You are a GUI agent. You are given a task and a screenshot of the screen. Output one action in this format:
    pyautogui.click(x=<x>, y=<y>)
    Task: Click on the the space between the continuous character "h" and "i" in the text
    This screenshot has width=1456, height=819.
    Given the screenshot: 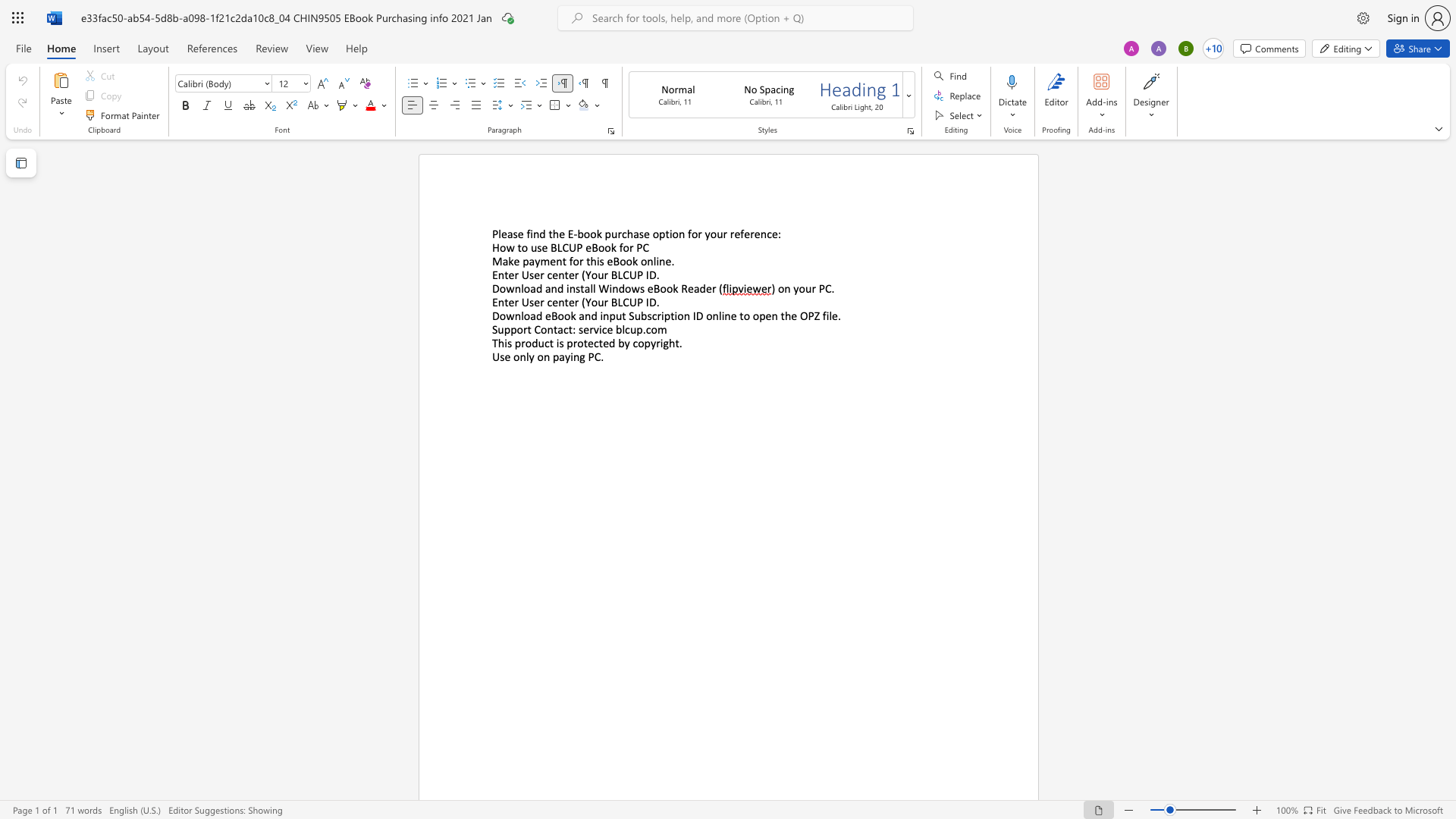 What is the action you would take?
    pyautogui.click(x=503, y=343)
    